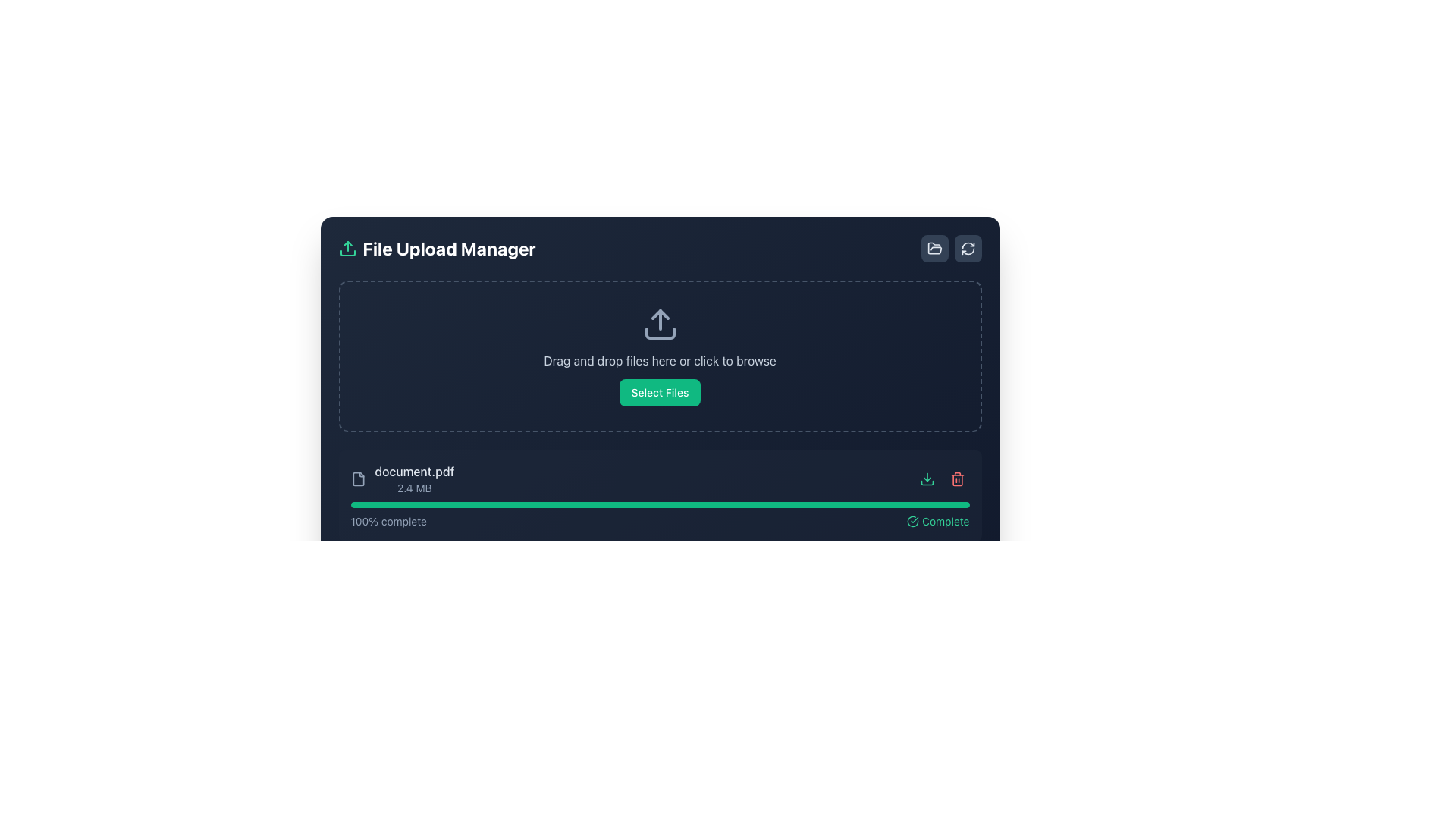  I want to click on the download button icon located at the bottom right corner of the file entry, so click(926, 479).